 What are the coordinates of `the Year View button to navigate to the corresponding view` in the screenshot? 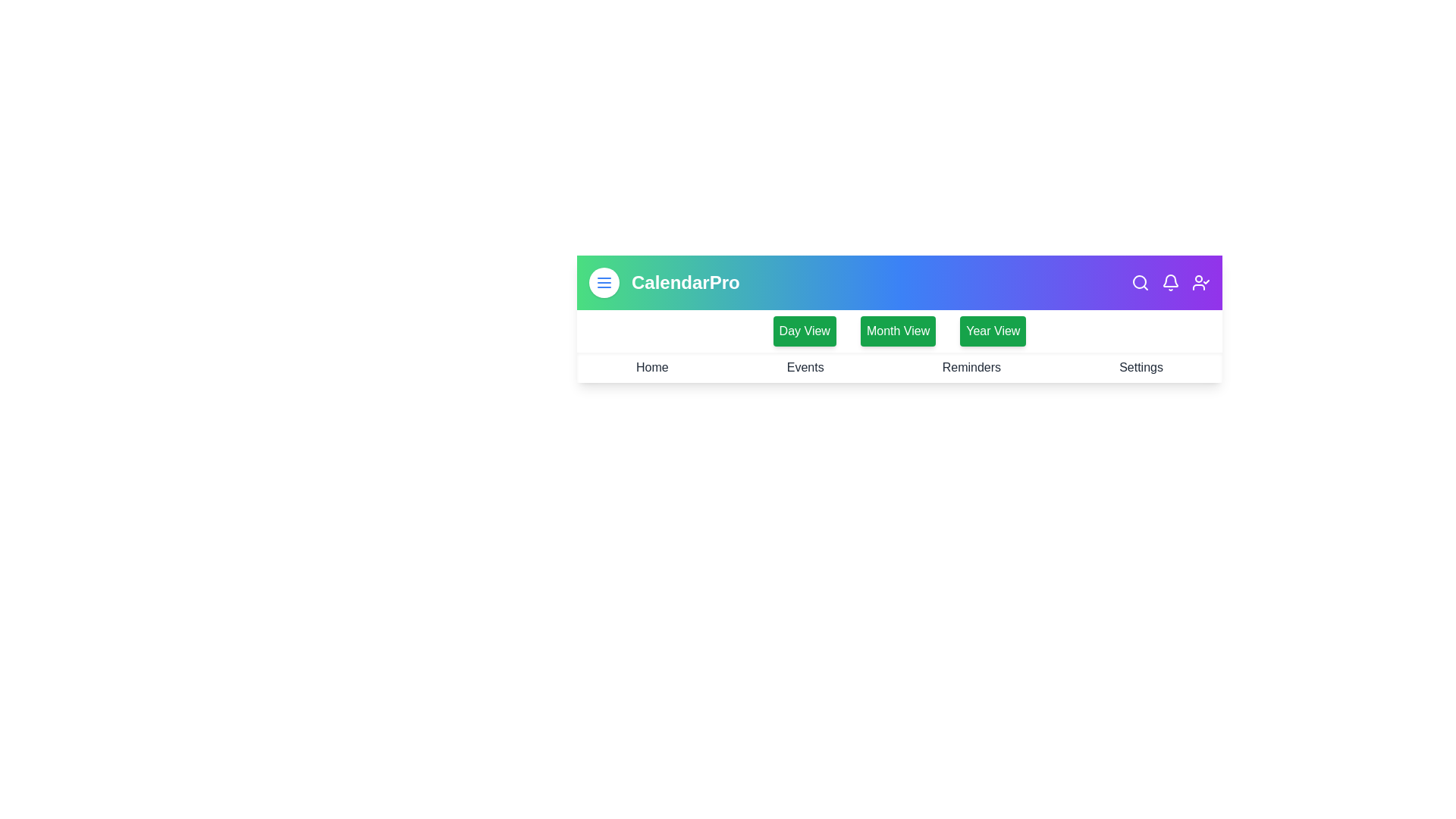 It's located at (993, 330).